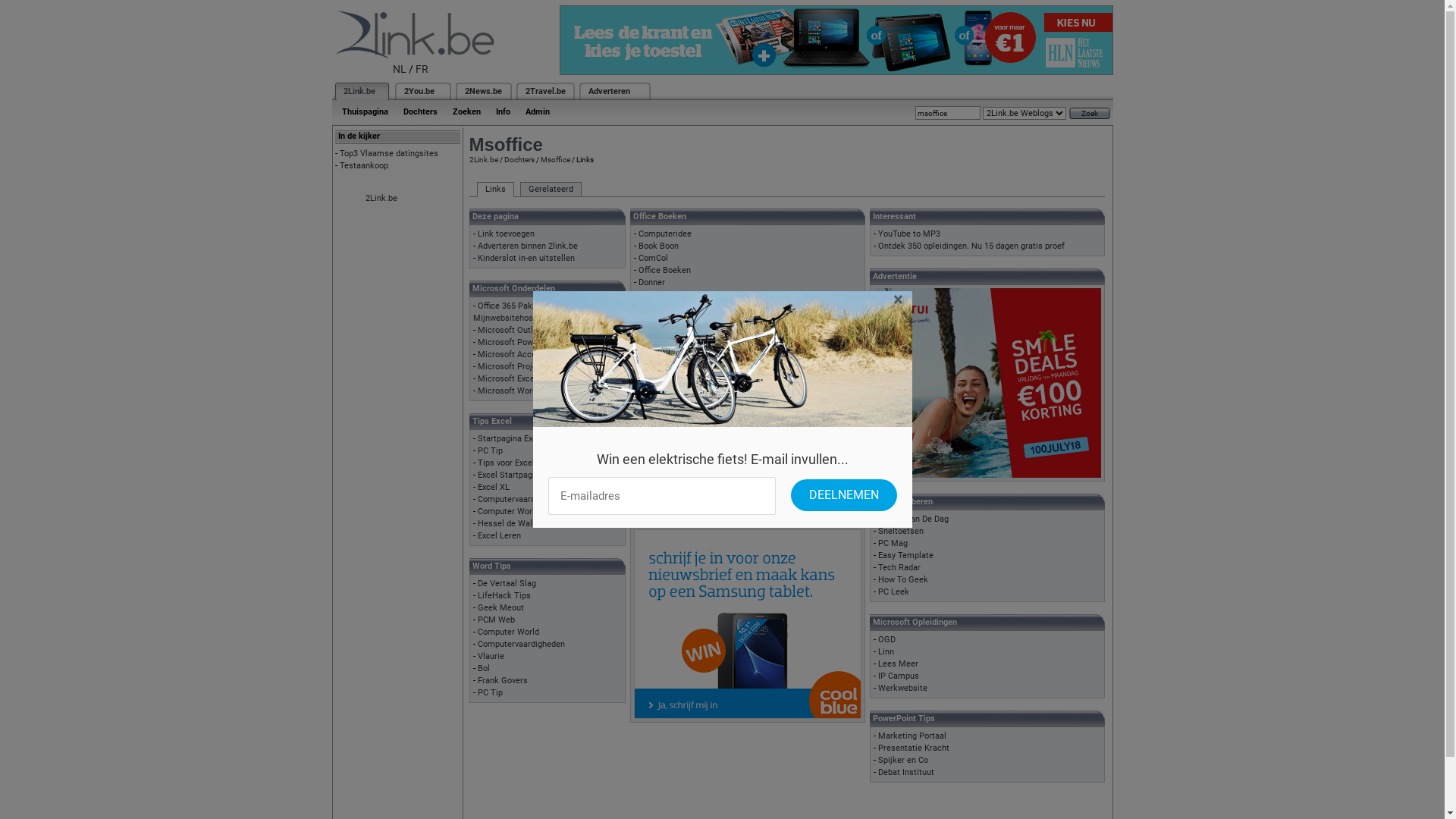 This screenshot has height=819, width=1456. What do you see at coordinates (886, 651) in the screenshot?
I see `'Linn'` at bounding box center [886, 651].